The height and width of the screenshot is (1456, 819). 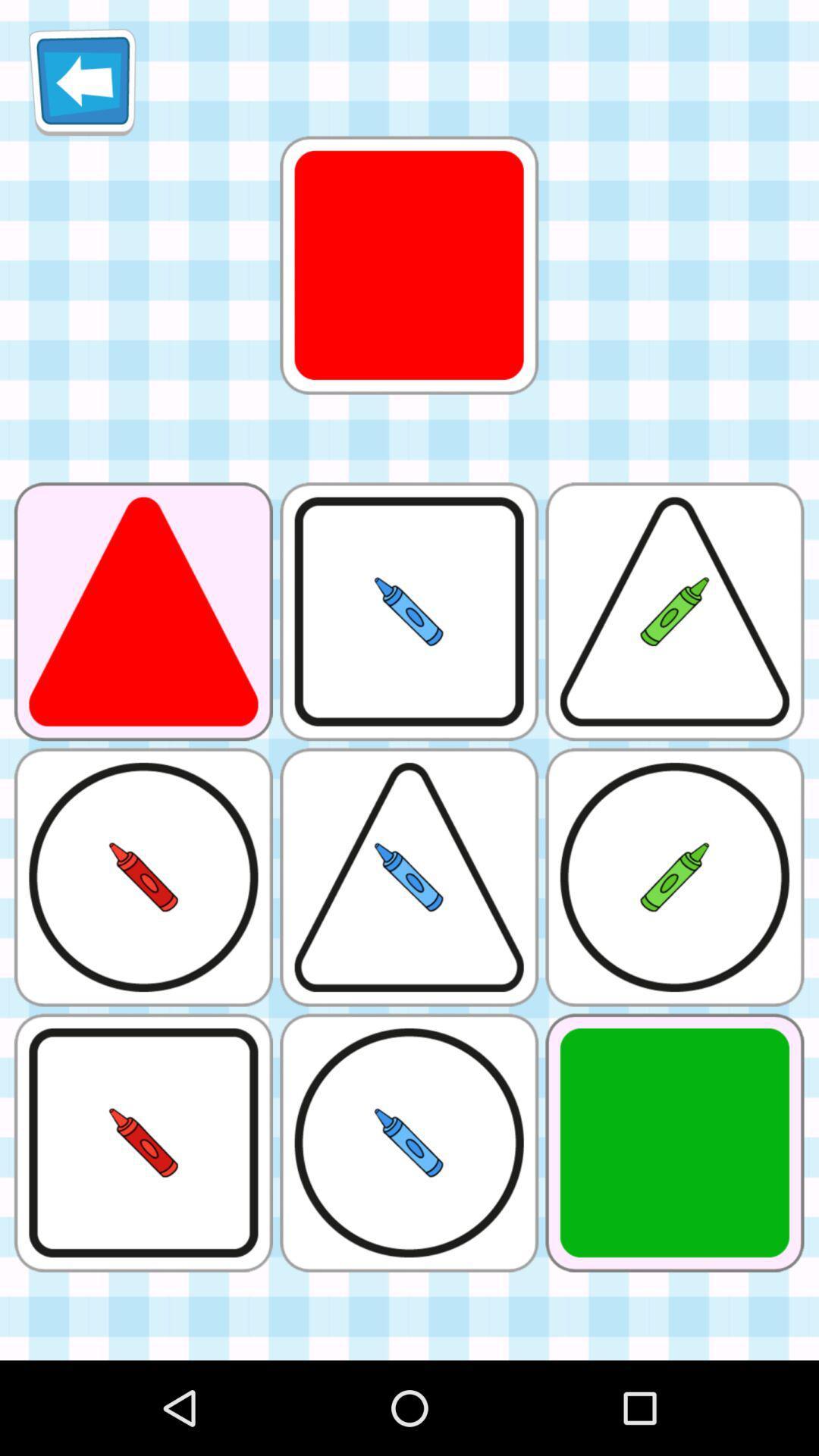 I want to click on the arrow_backward icon, so click(x=82, y=87).